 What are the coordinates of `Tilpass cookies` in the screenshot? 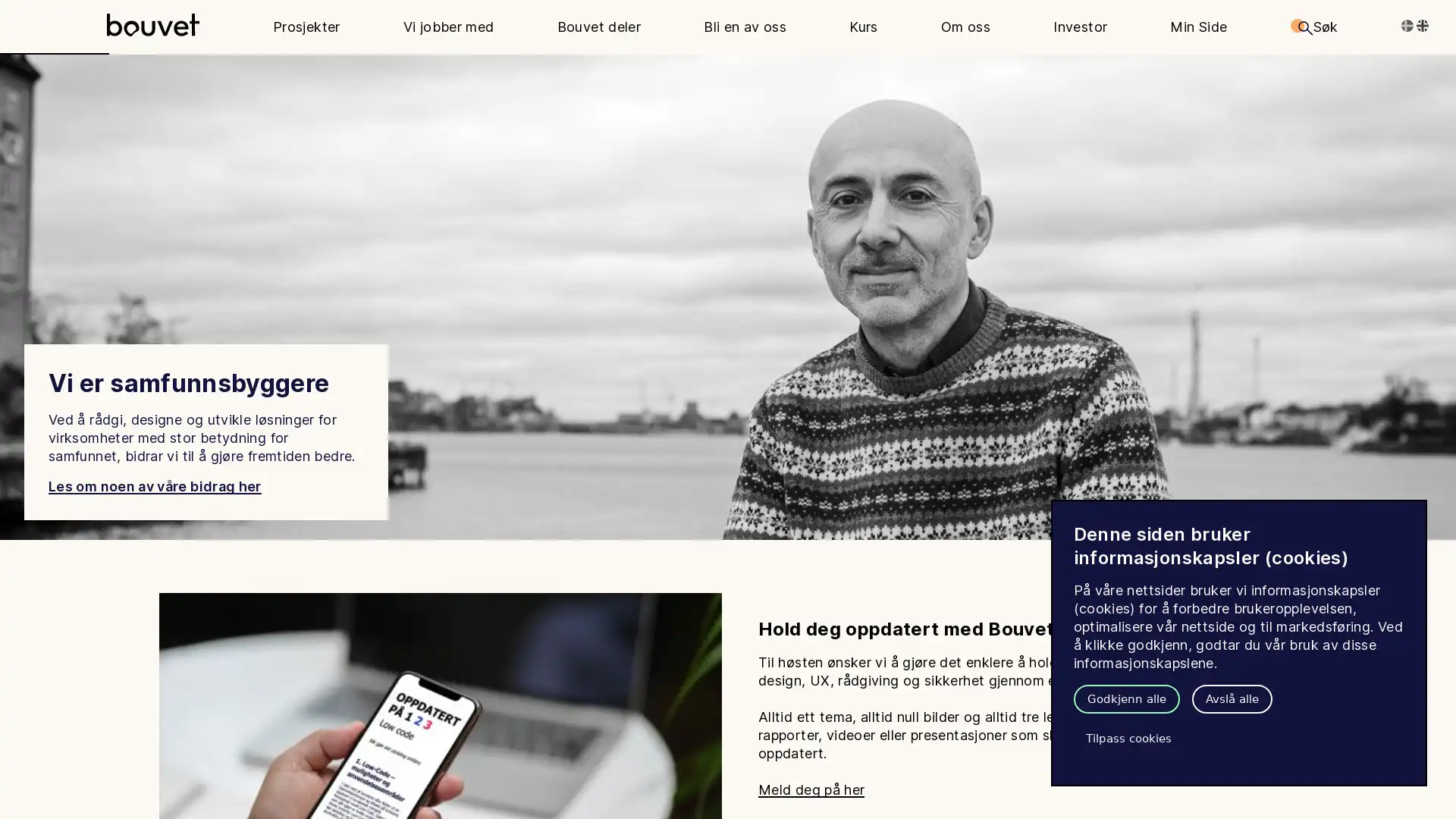 It's located at (1128, 736).